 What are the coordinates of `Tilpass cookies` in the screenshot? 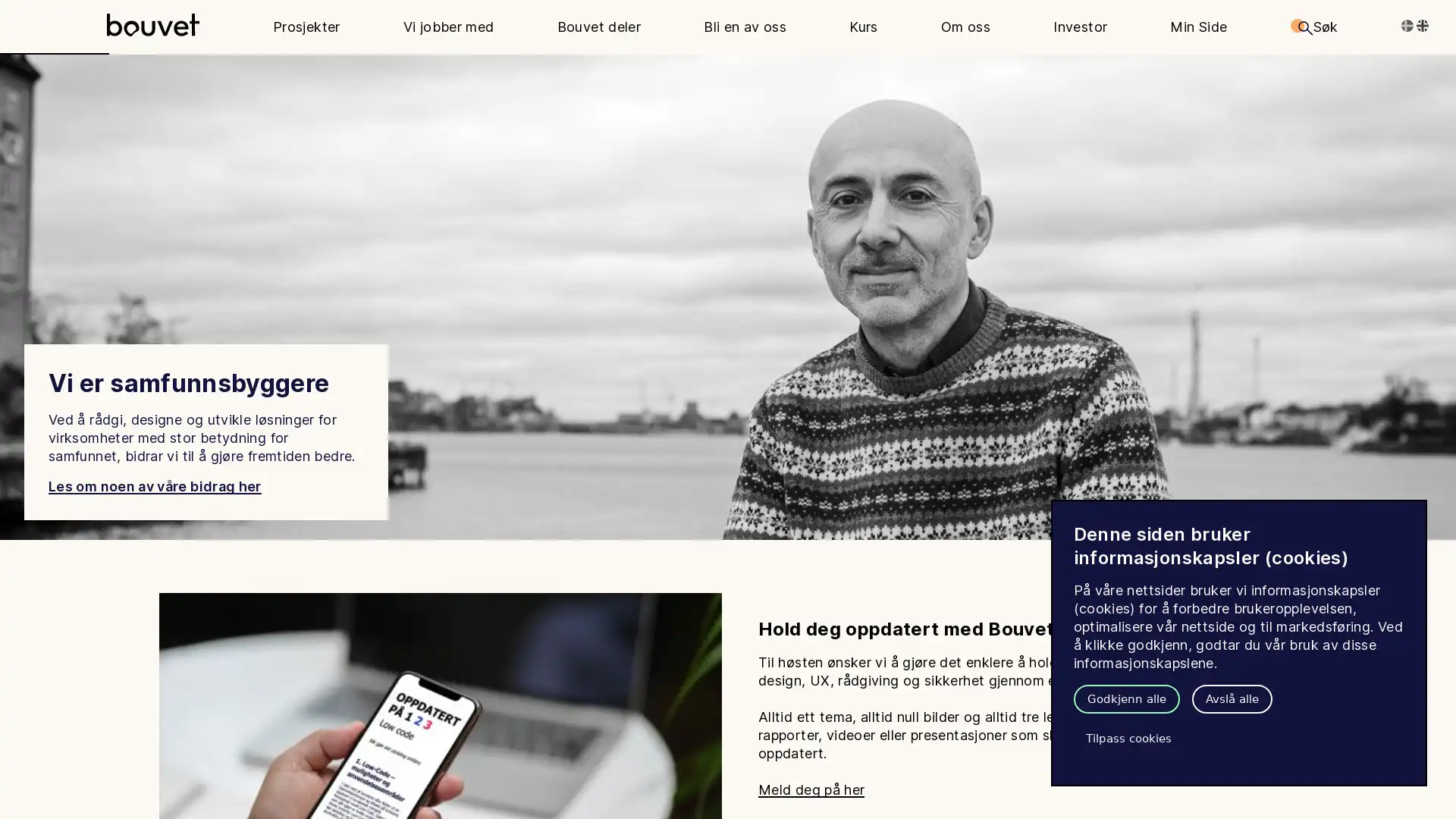 It's located at (1128, 736).